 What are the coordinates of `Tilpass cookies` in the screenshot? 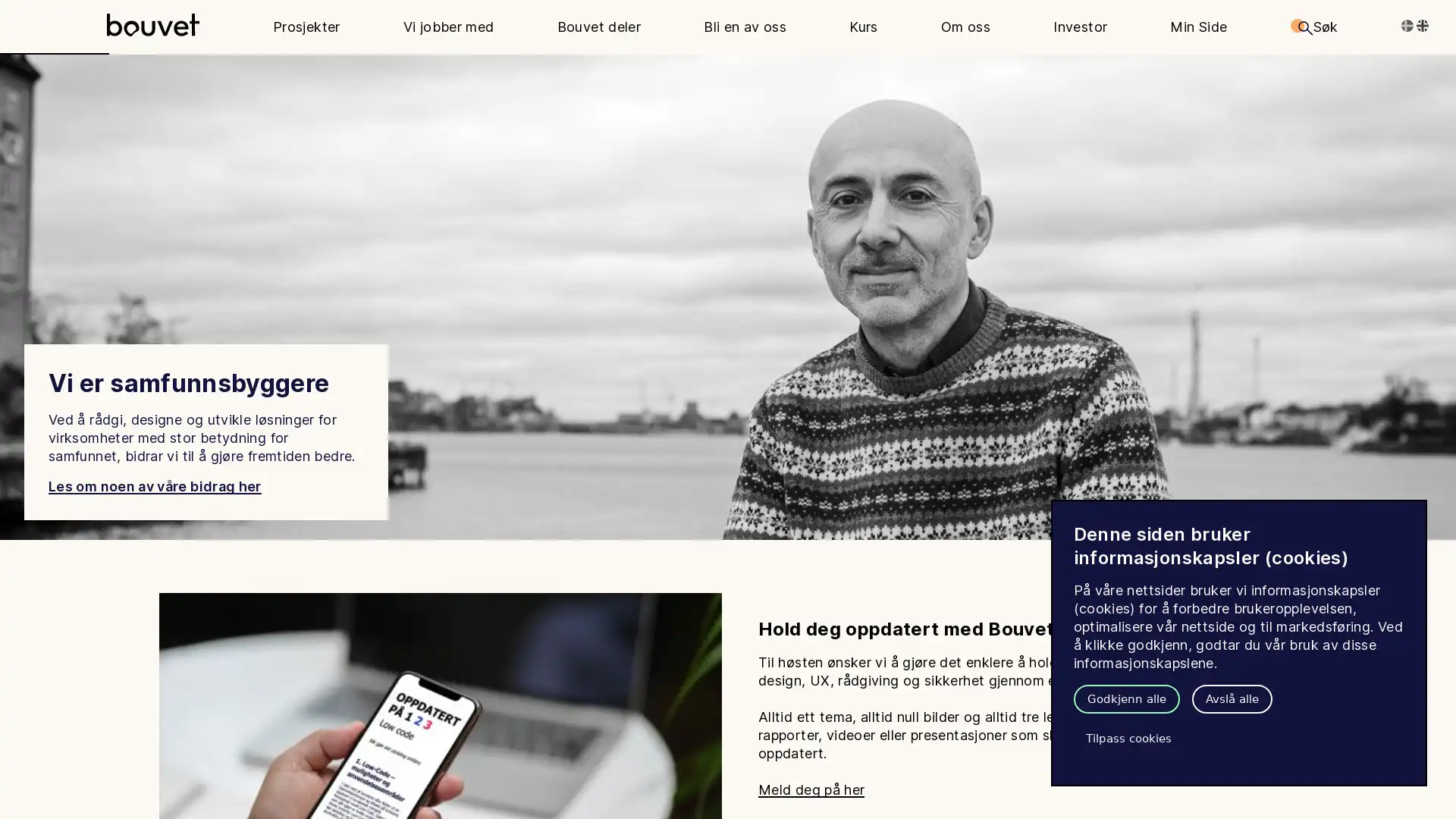 It's located at (1128, 736).